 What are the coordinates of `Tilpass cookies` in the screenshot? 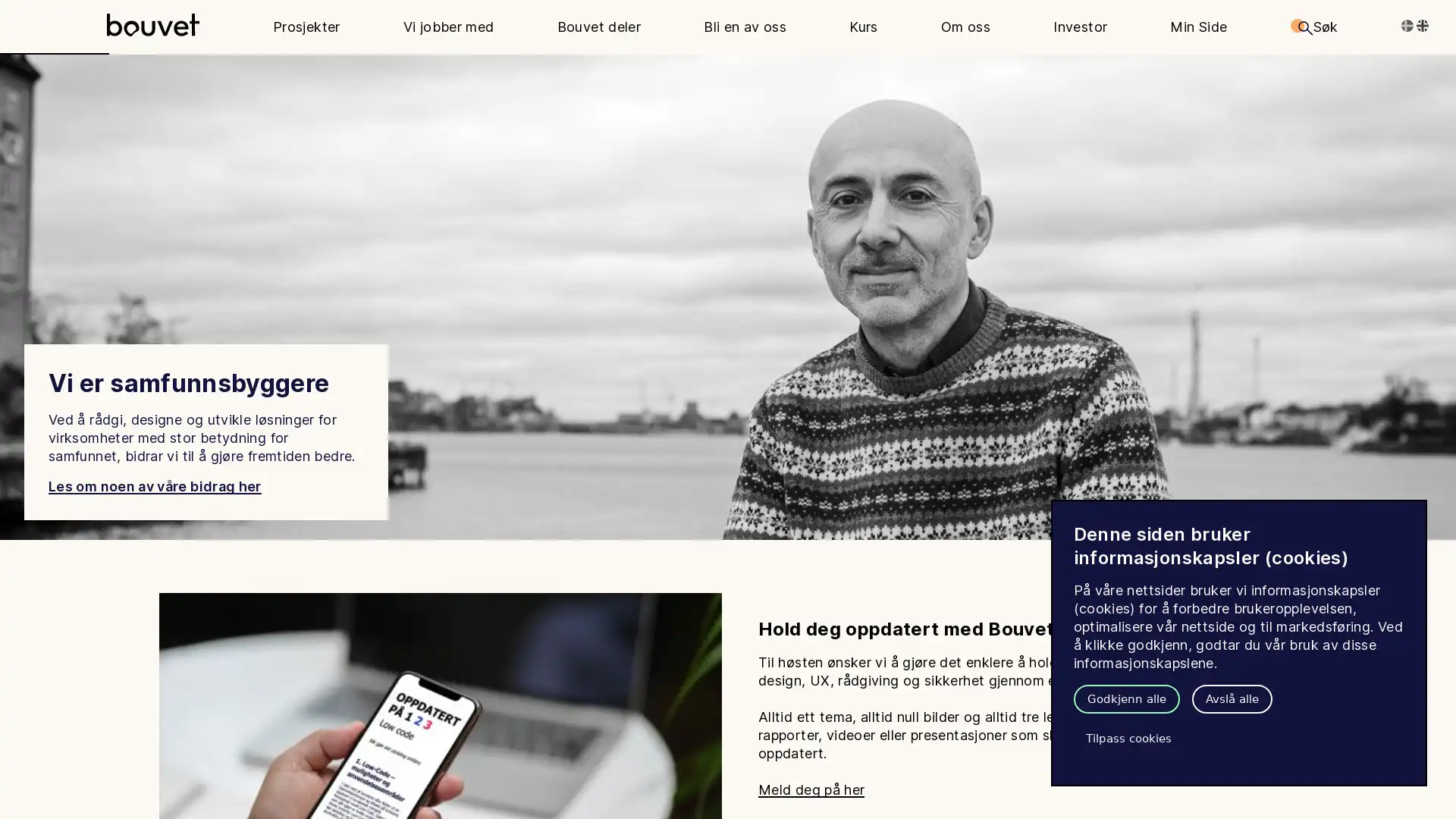 It's located at (1128, 736).